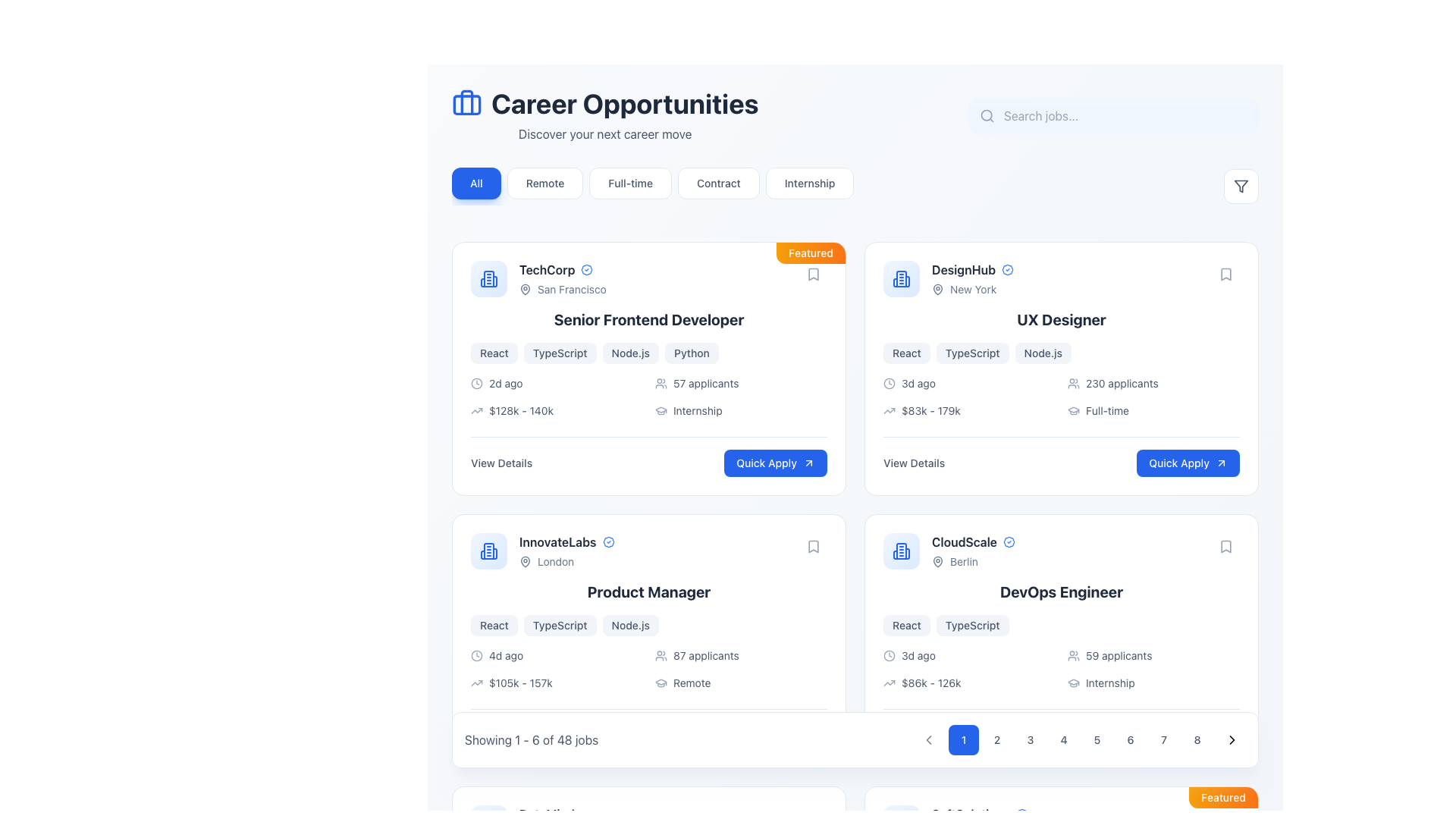  Describe the element at coordinates (1008, 268) in the screenshot. I see `the indicator icon located to the right of the 'DesignHub' text in the second card of the job listing for 'UX Designer'` at that location.